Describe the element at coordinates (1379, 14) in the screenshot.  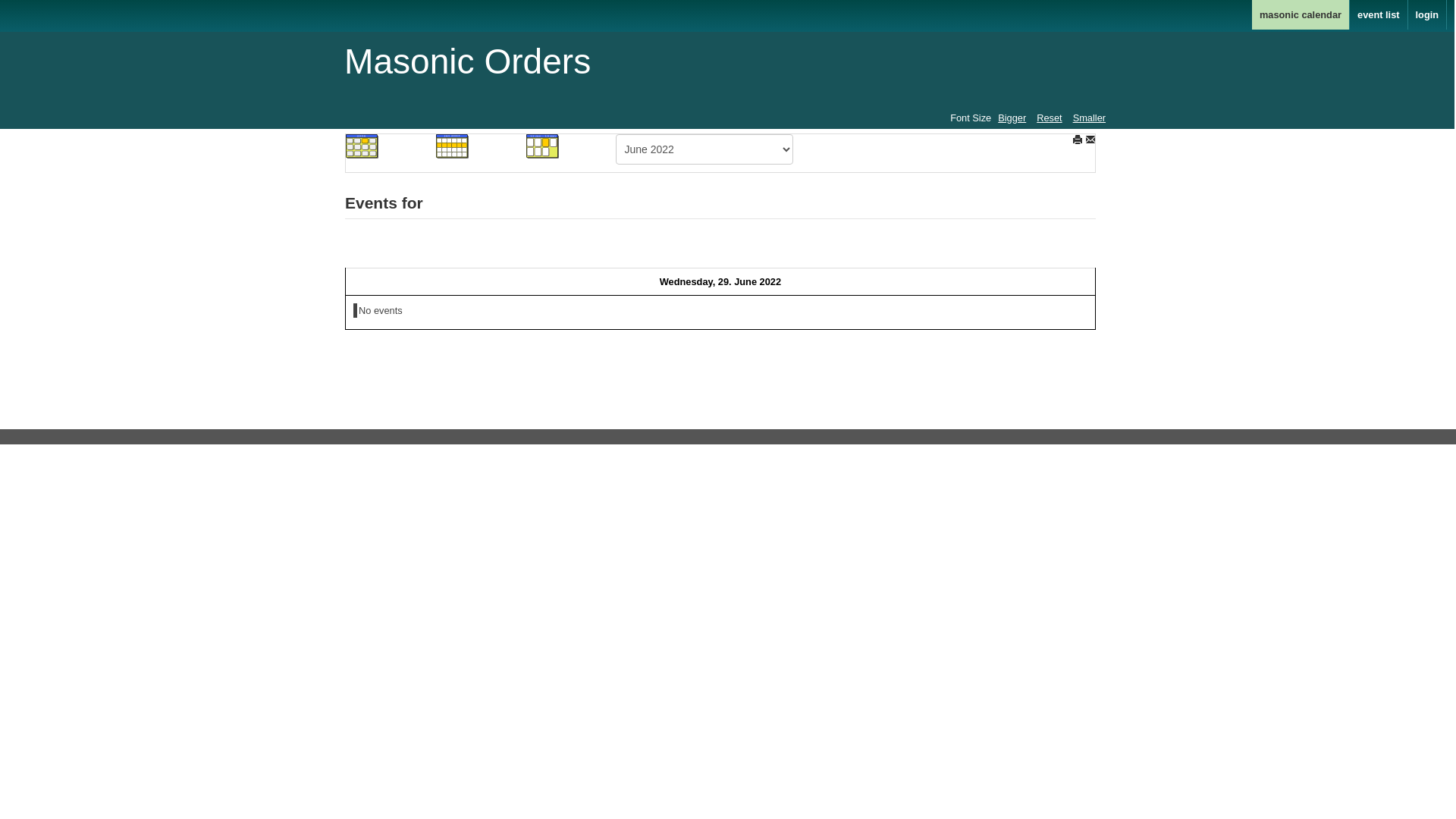
I see `'event list'` at that location.